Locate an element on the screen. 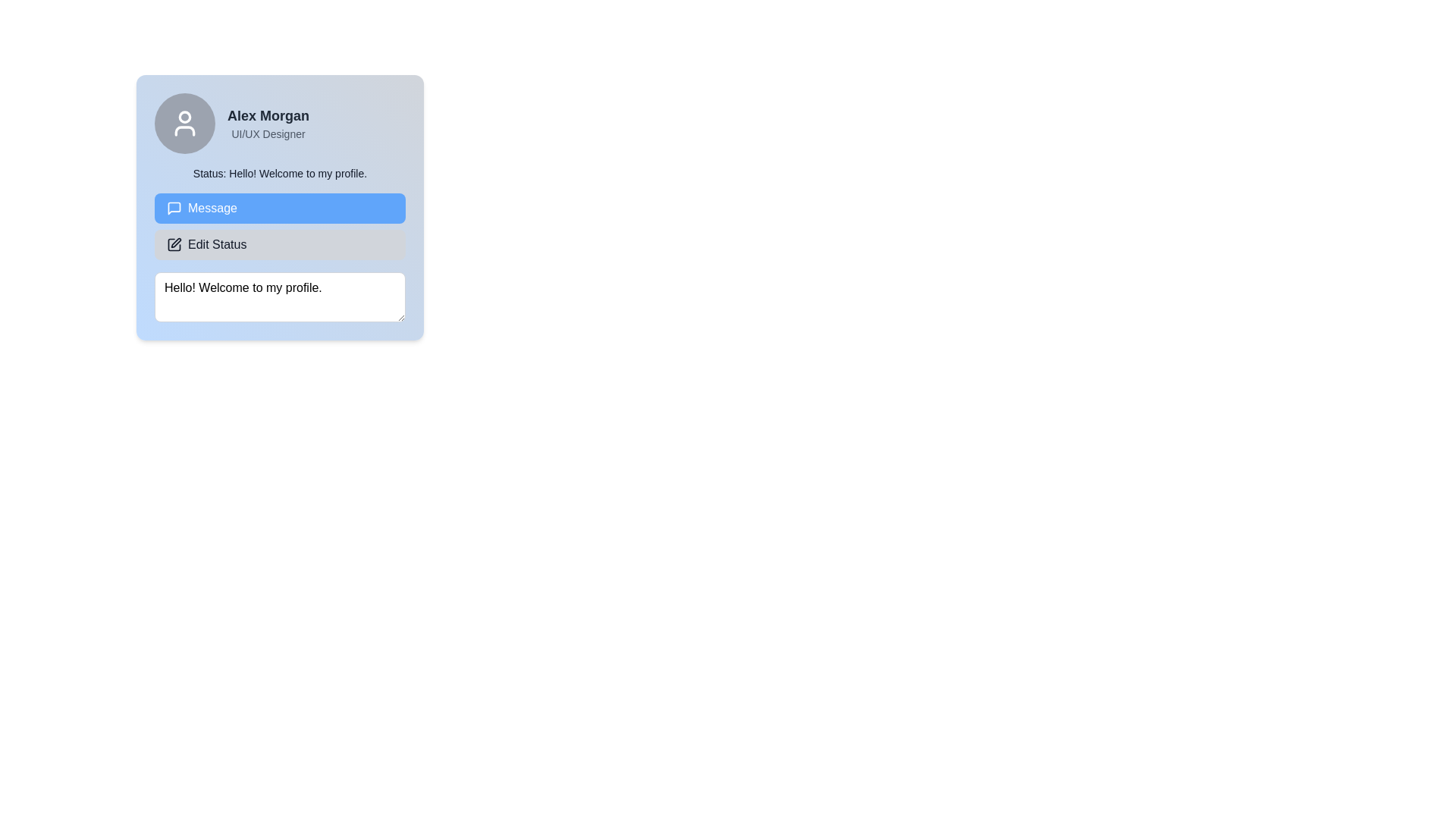 This screenshot has width=1456, height=819. the communication button located centrally in the profile card interface is located at coordinates (280, 207).